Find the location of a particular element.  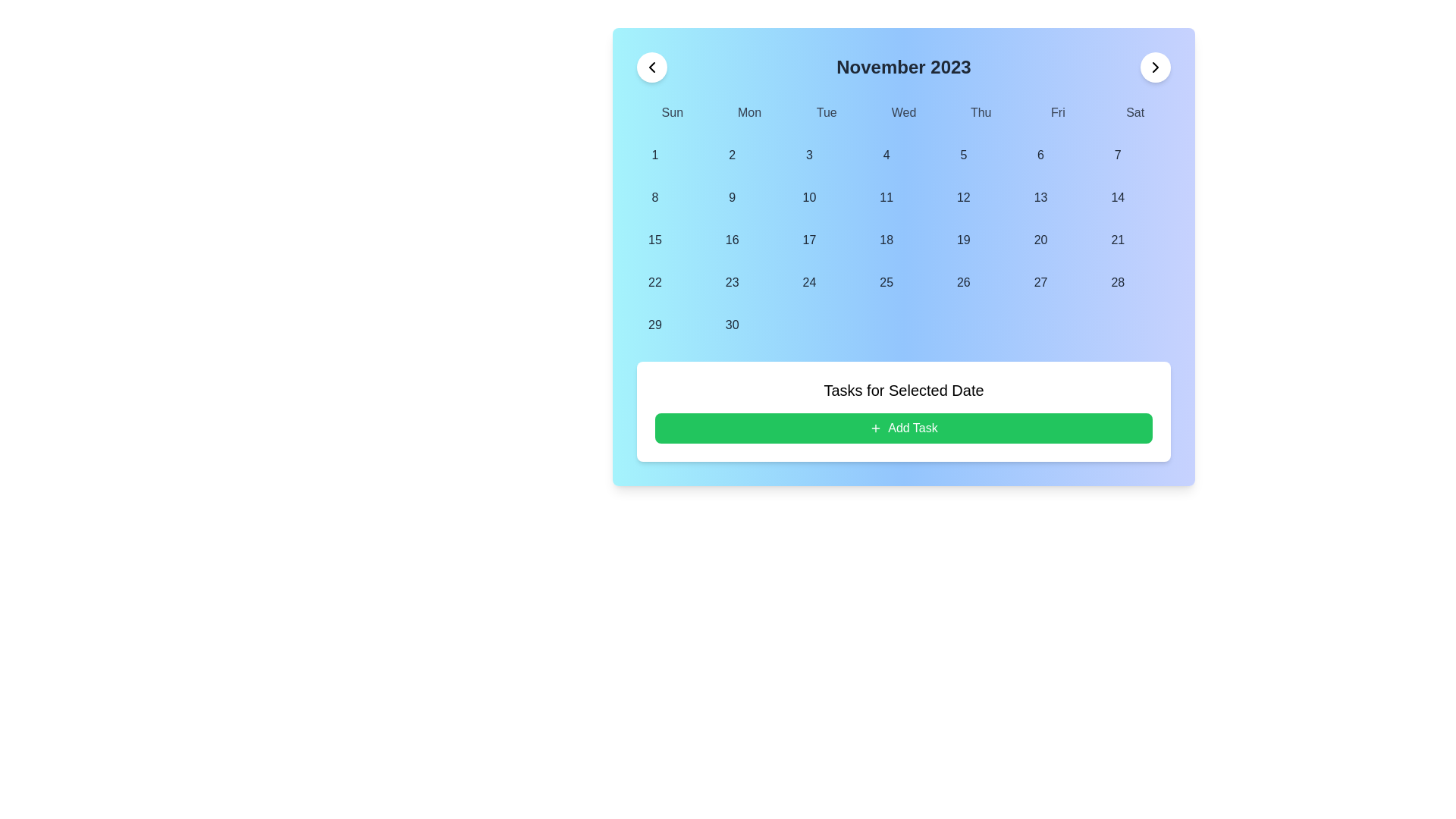

the button labeled '29' located in the bottom-left portion of the calendar grid for navigation is located at coordinates (655, 324).